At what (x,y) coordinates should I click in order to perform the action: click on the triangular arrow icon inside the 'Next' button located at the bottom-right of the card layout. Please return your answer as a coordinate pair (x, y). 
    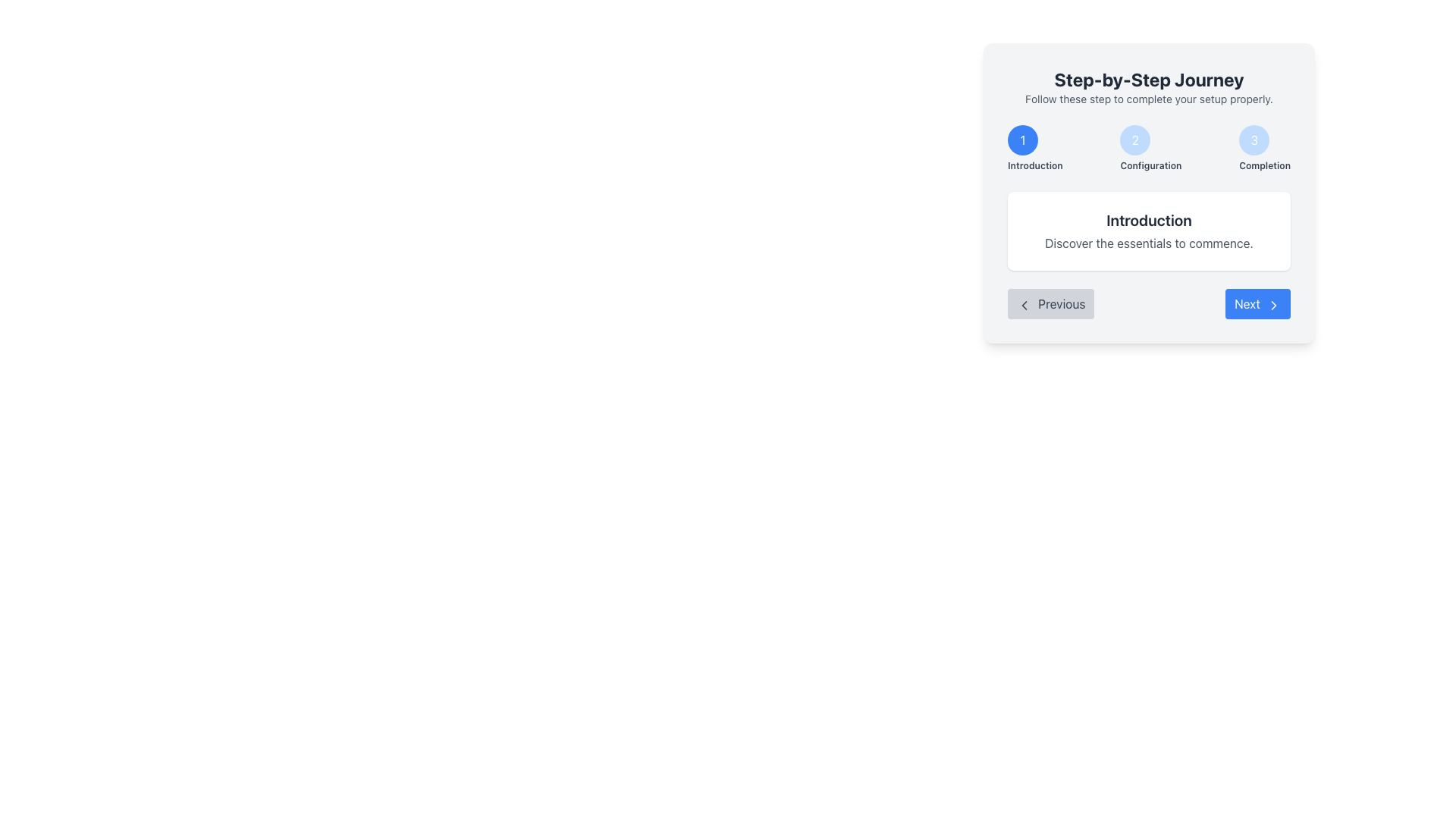
    Looking at the image, I should click on (1274, 304).